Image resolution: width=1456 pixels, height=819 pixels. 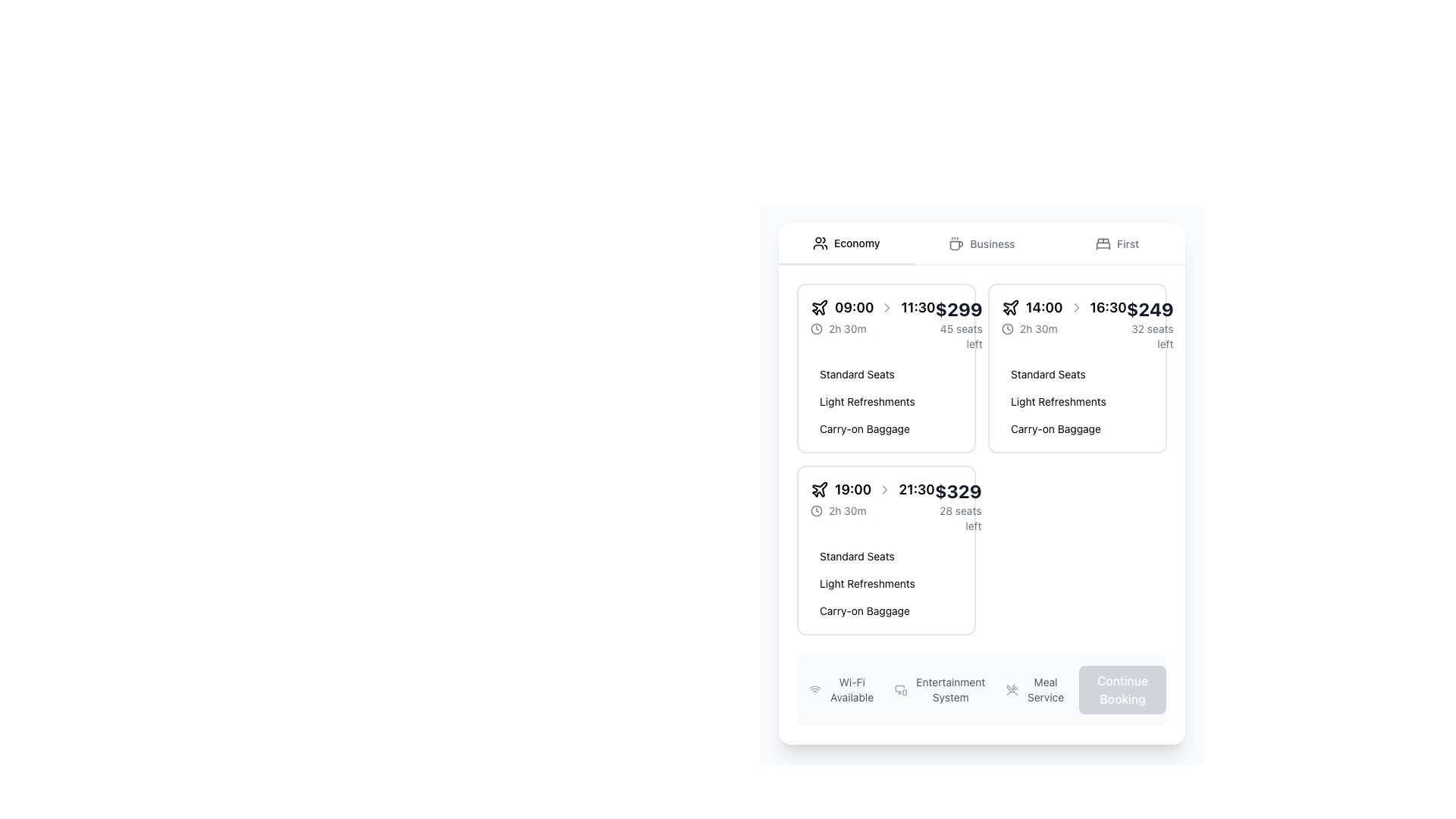 I want to click on the text label displaying '28 seats left' in small gray font located in the lower-right corner of the flight option card, so click(x=957, y=517).